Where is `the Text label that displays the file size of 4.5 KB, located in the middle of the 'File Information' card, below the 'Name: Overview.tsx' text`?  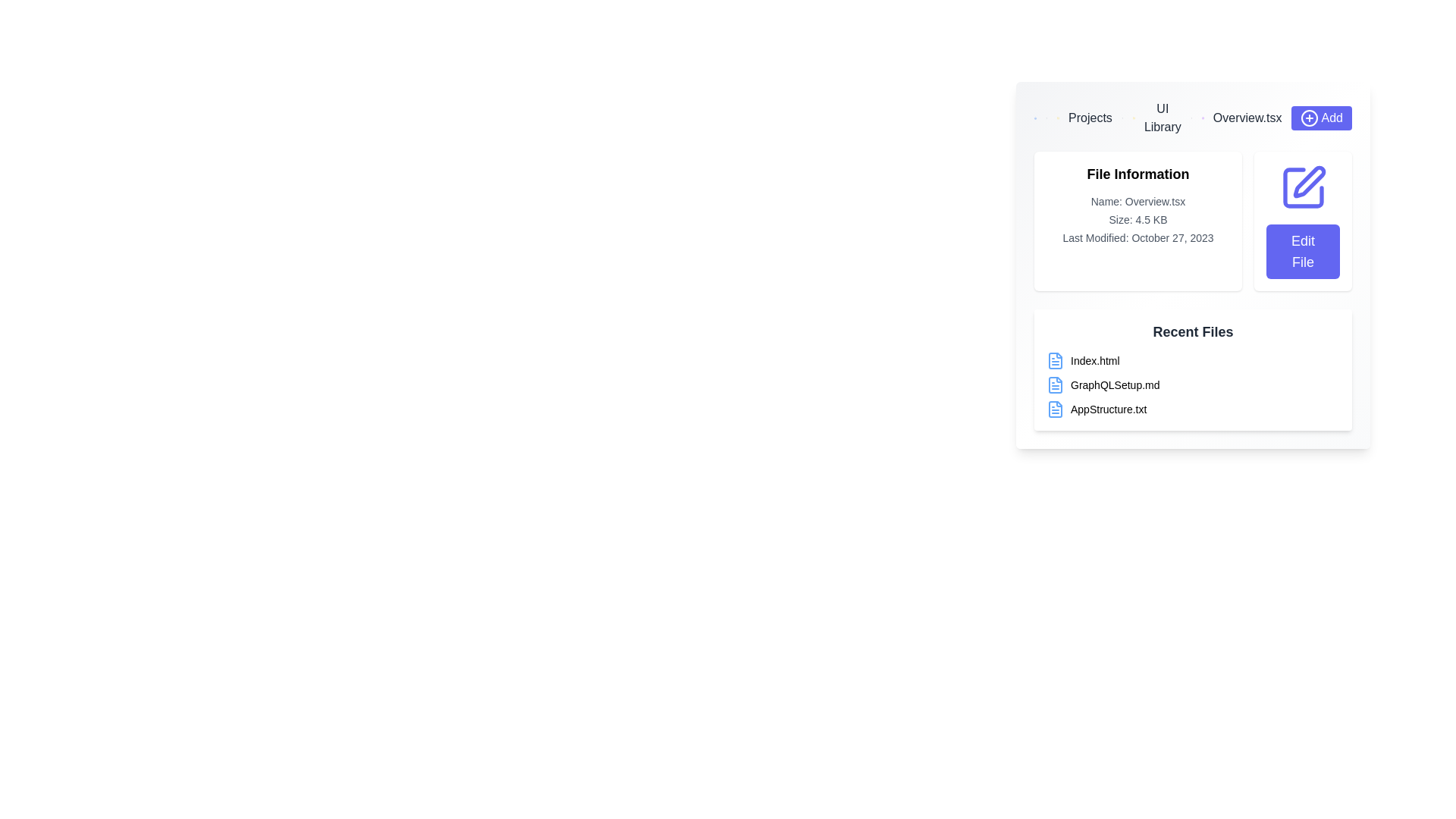
the Text label that displays the file size of 4.5 KB, located in the middle of the 'File Information' card, below the 'Name: Overview.tsx' text is located at coordinates (1138, 219).